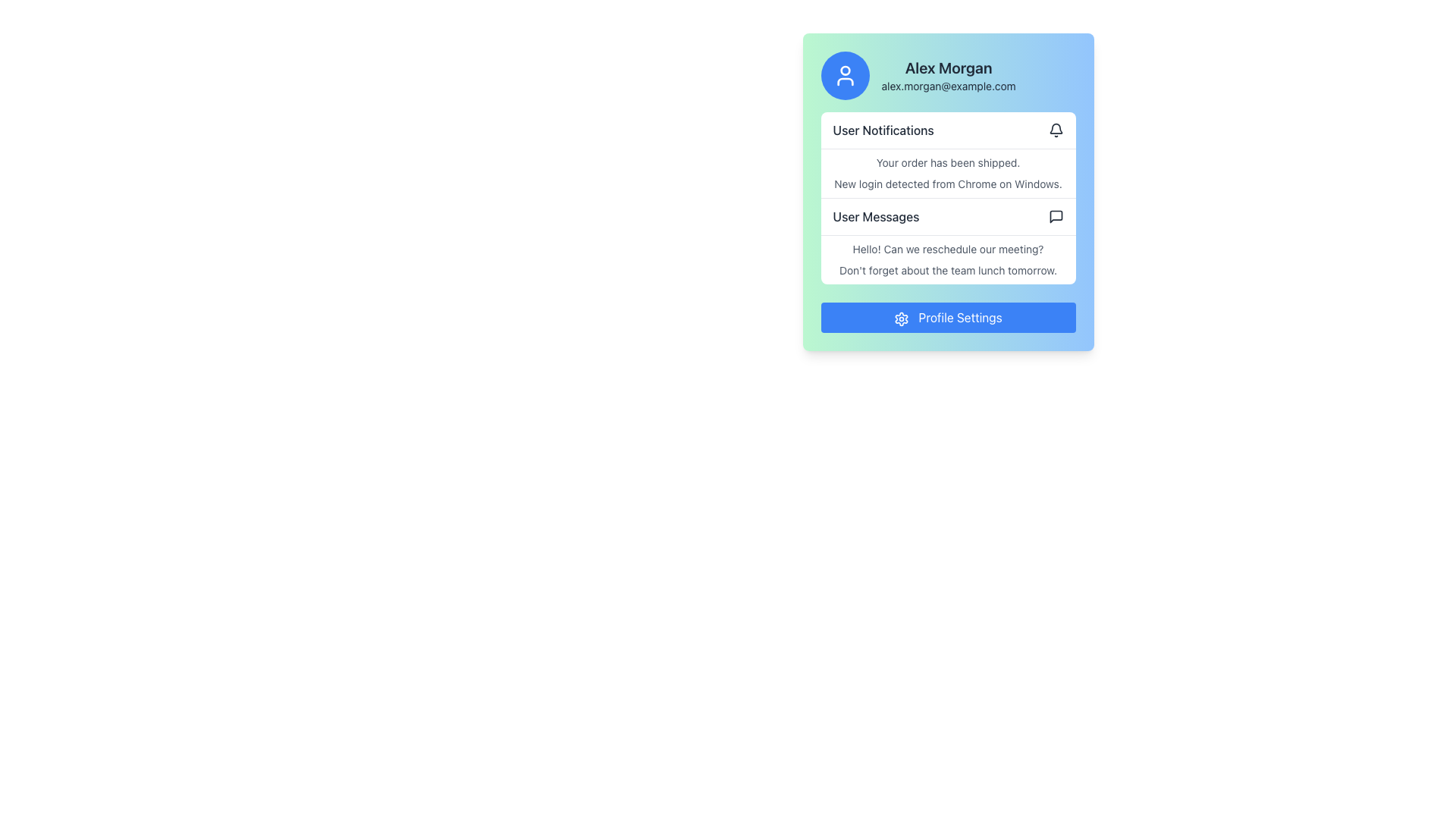 This screenshot has height=819, width=1456. I want to click on the Text label displaying the user's email address, located below 'Alex Morgan' in the upper section of a card-like interface with a gradient blue-to-green background, so click(948, 86).